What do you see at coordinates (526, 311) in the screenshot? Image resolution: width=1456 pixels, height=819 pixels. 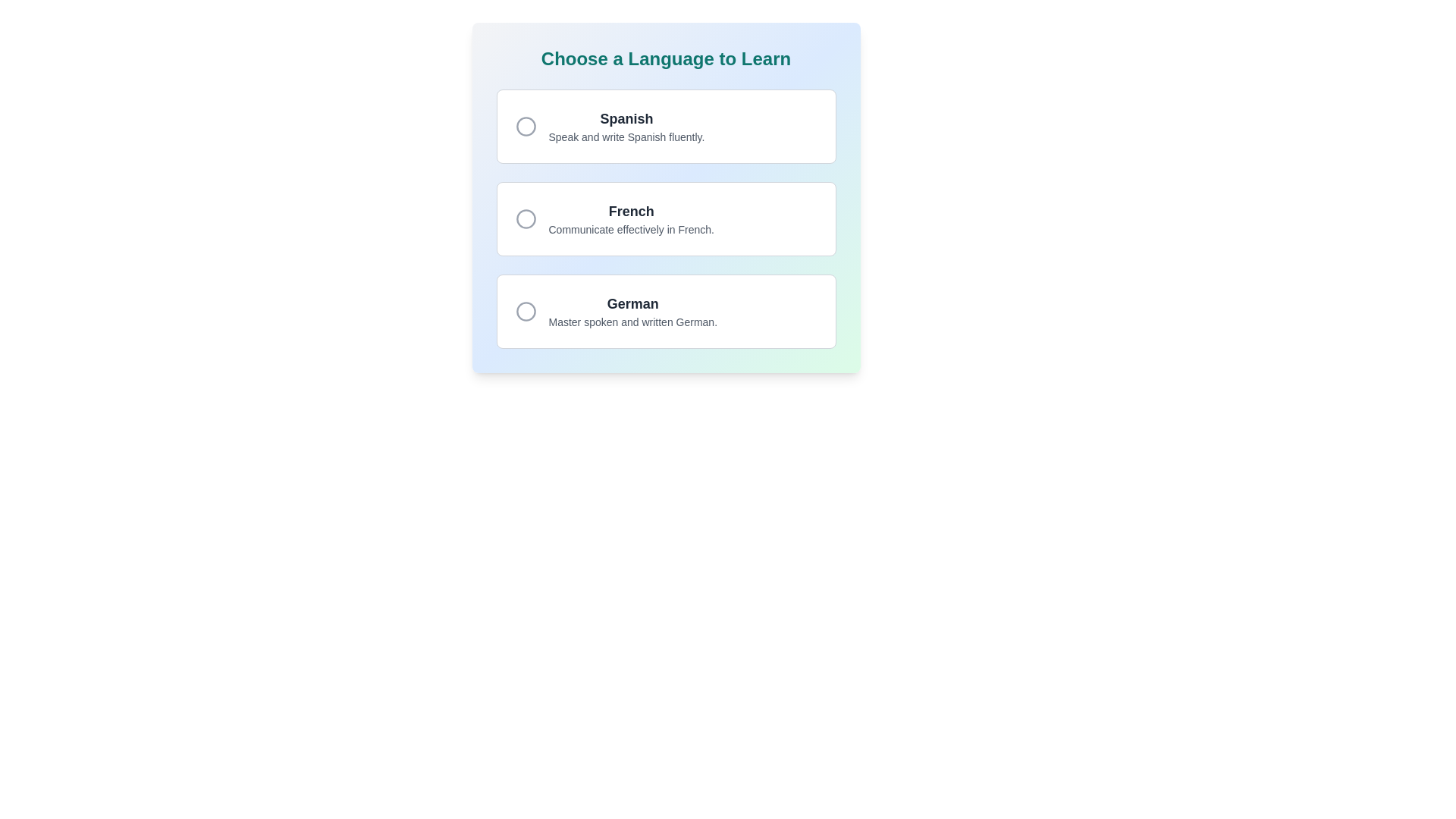 I see `the circular radio button located to the left of the 'German' language option in the selection list` at bounding box center [526, 311].